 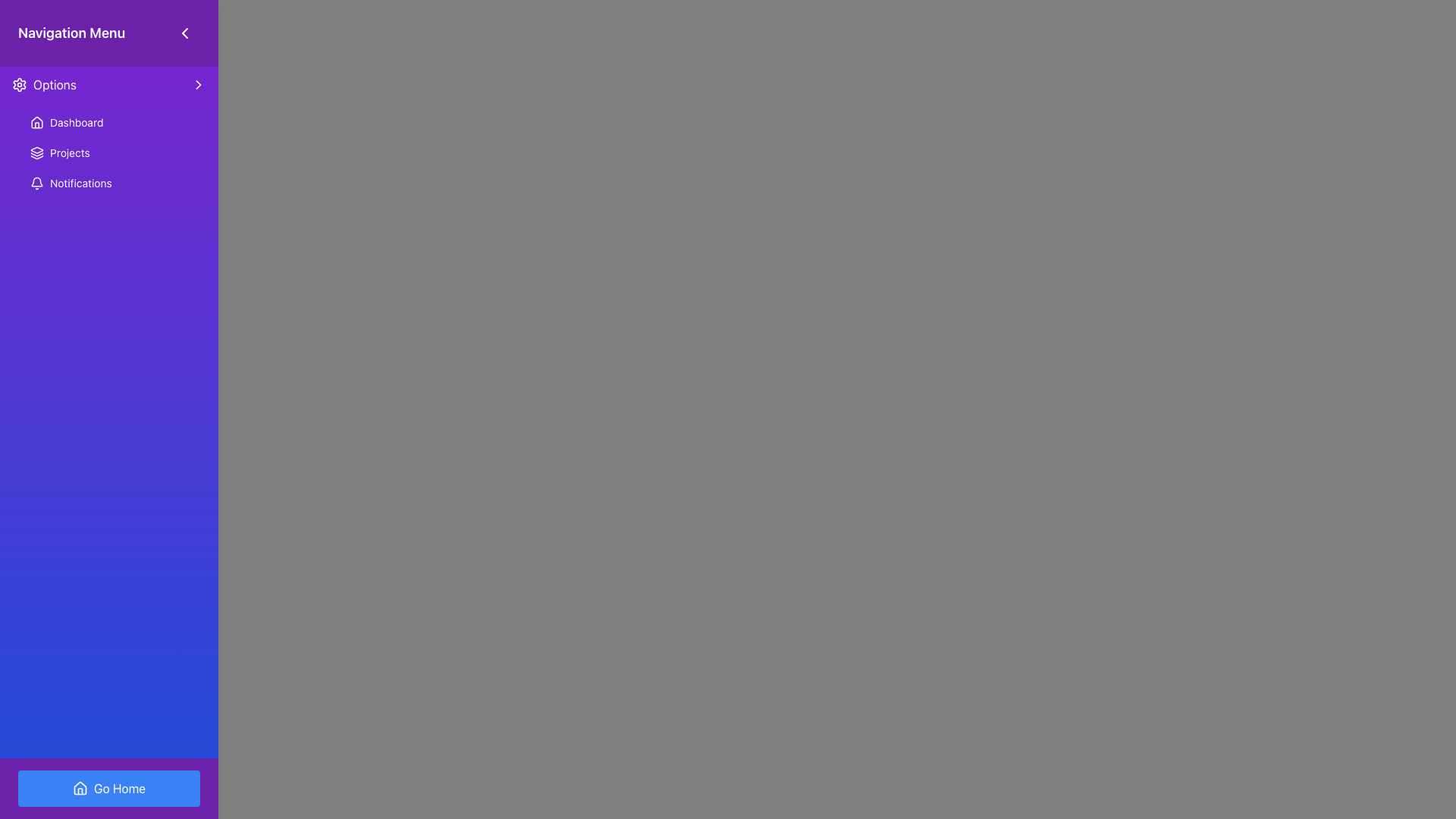 What do you see at coordinates (36, 157) in the screenshot?
I see `the decorative vector shape located in the 'Projects' section of the navigation menu, which enhances the visual representation of the category` at bounding box center [36, 157].